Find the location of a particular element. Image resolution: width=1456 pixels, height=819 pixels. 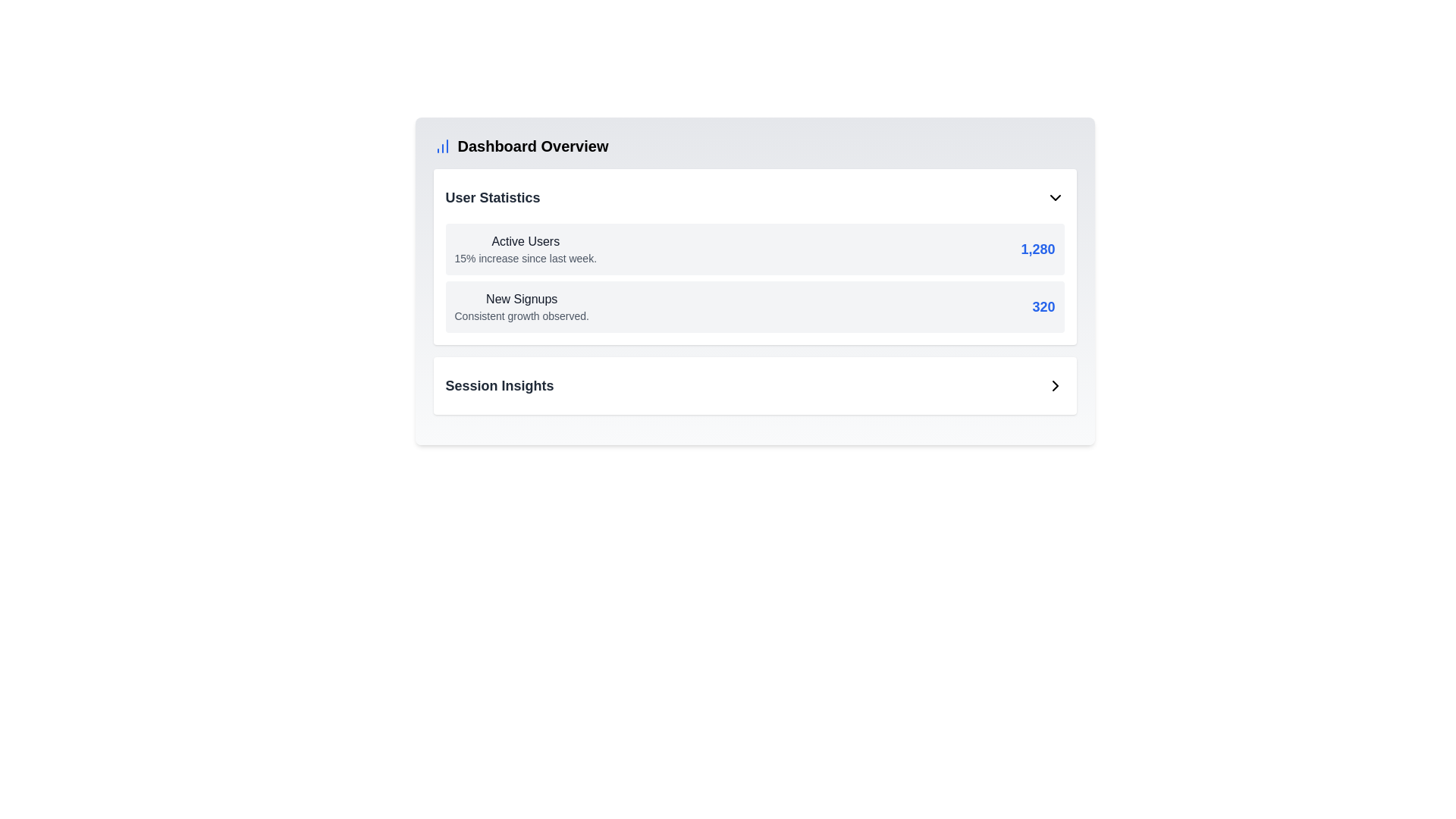

the small blue bar chart icon located to the left of the 'Dashboard Overview' title at the top of the section is located at coordinates (441, 146).